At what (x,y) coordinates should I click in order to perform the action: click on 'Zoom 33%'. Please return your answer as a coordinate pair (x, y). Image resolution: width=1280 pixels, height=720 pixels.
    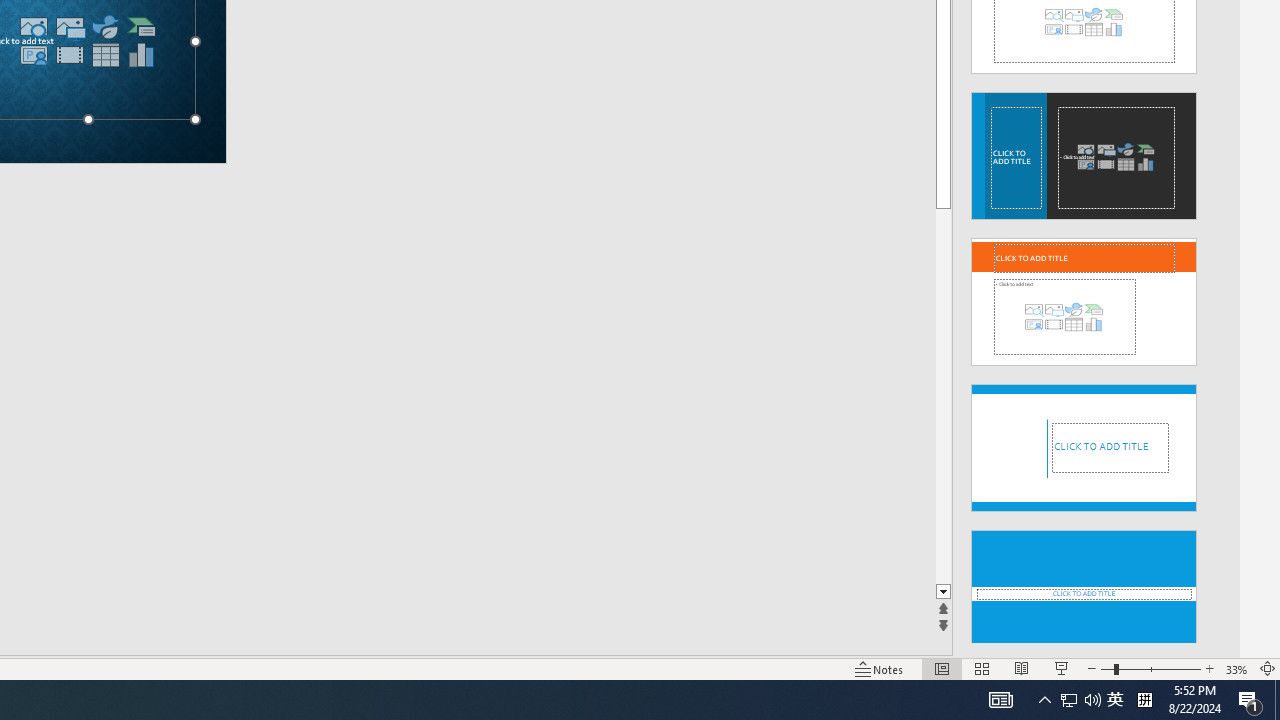
    Looking at the image, I should click on (1236, 669).